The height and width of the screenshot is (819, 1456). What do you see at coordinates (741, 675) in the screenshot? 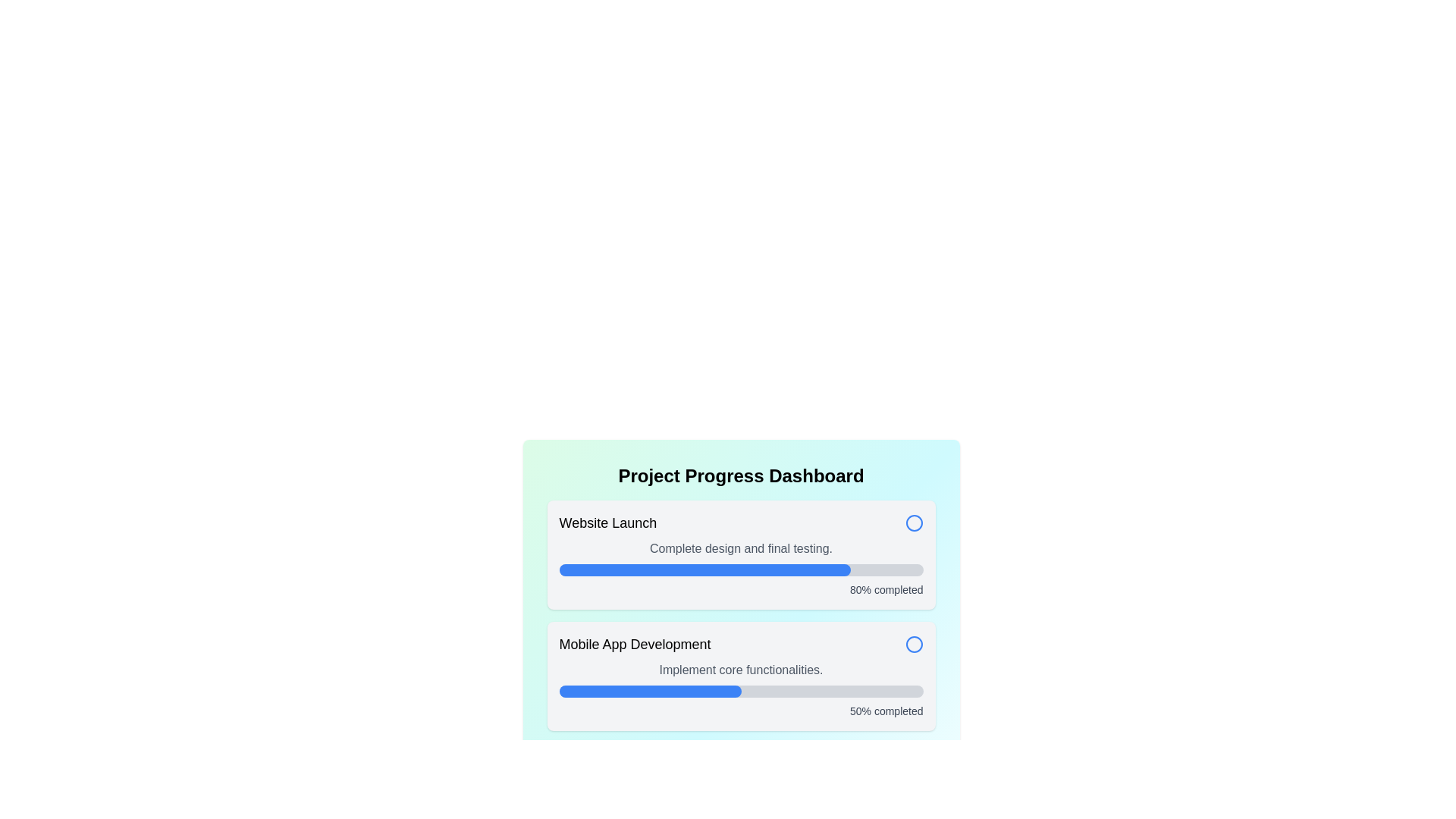
I see `the Progress Tracker Section for 'Mobile App Development', which includes a title, a progress bar at 50%, and a subtitle. This element is the second tracker in the 'Project Progress Dashboard'` at bounding box center [741, 675].